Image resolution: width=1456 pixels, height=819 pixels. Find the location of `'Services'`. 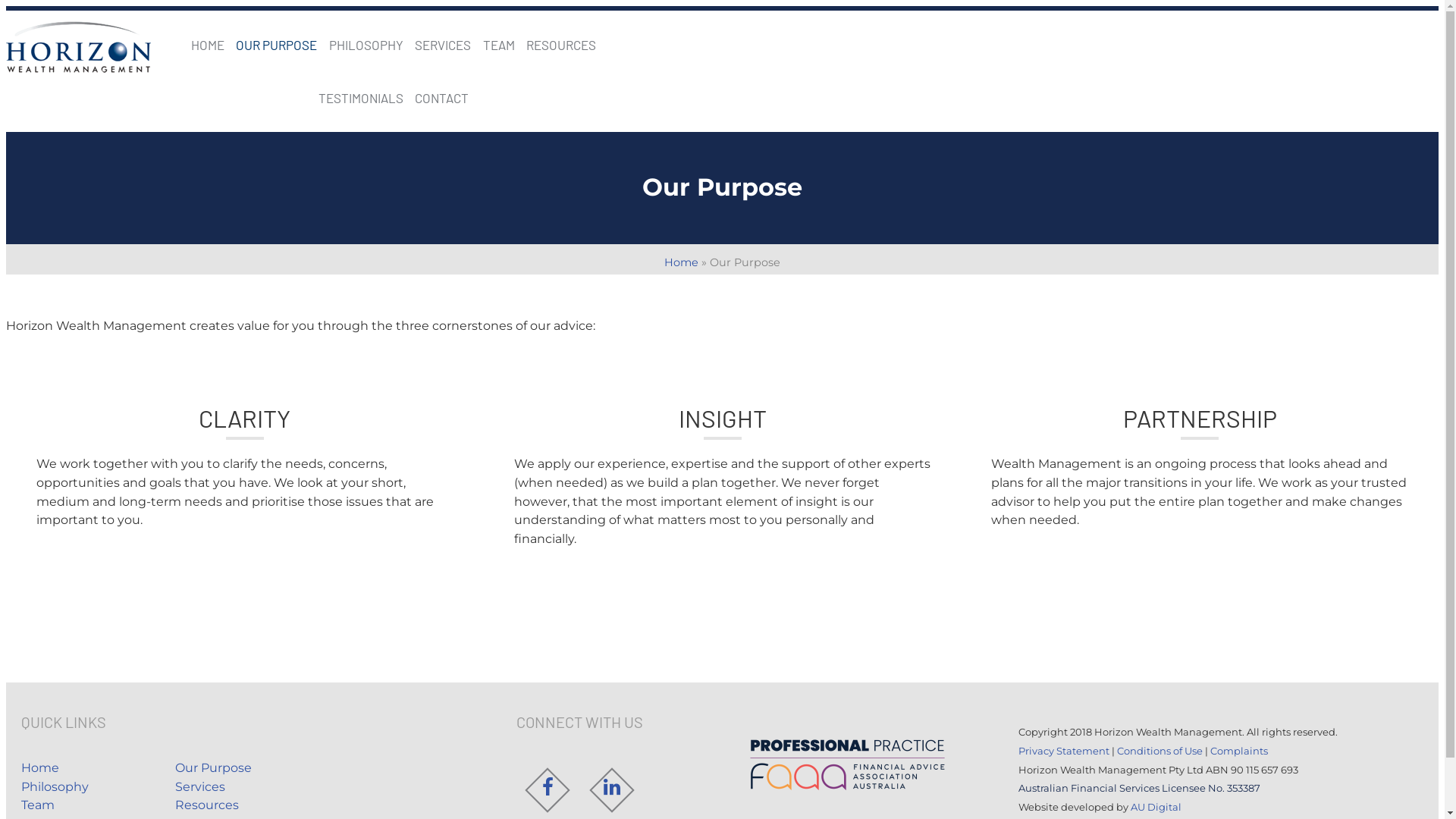

'Services' is located at coordinates (199, 786).